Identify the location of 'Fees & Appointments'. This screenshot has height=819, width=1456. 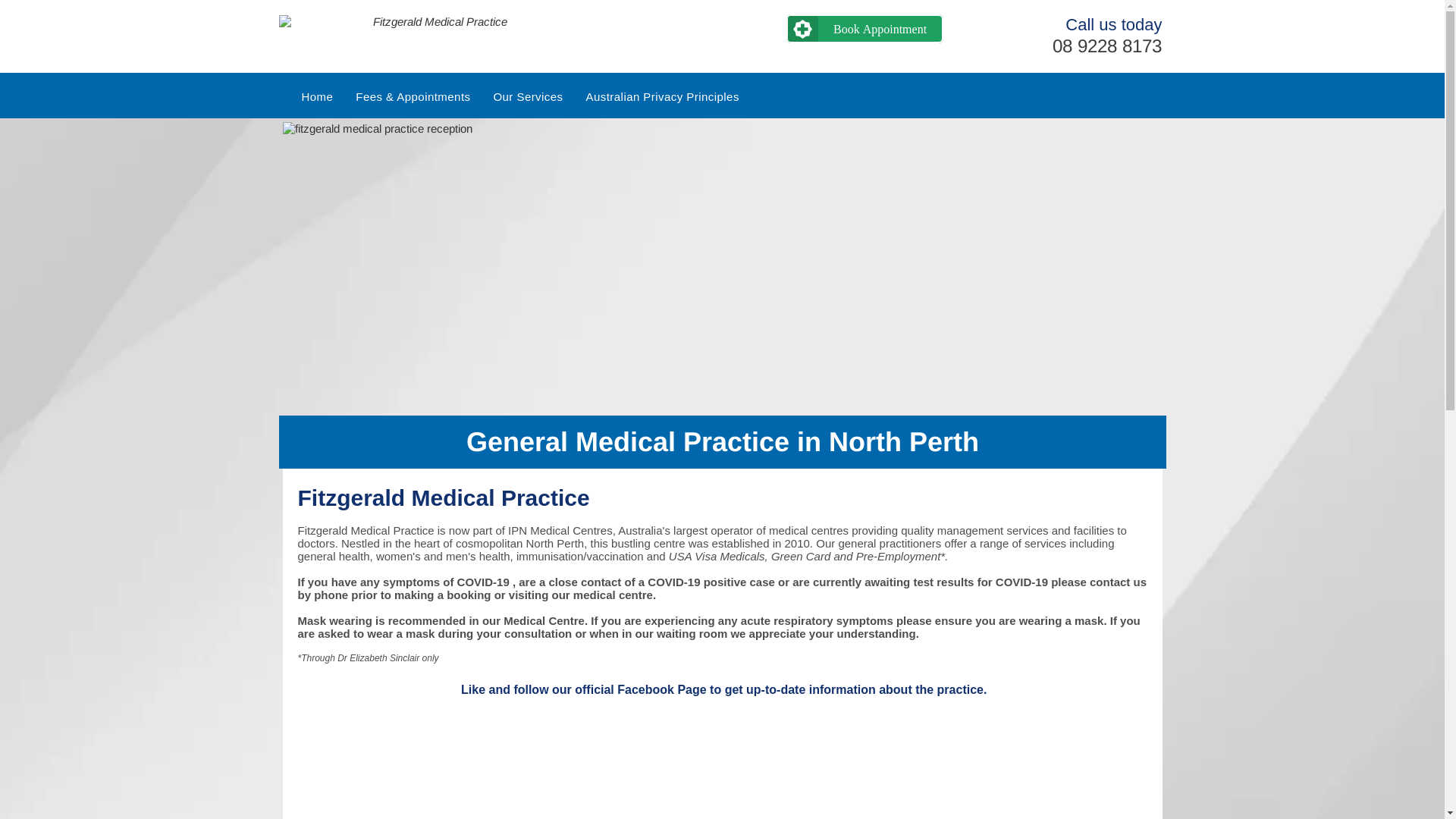
(413, 96).